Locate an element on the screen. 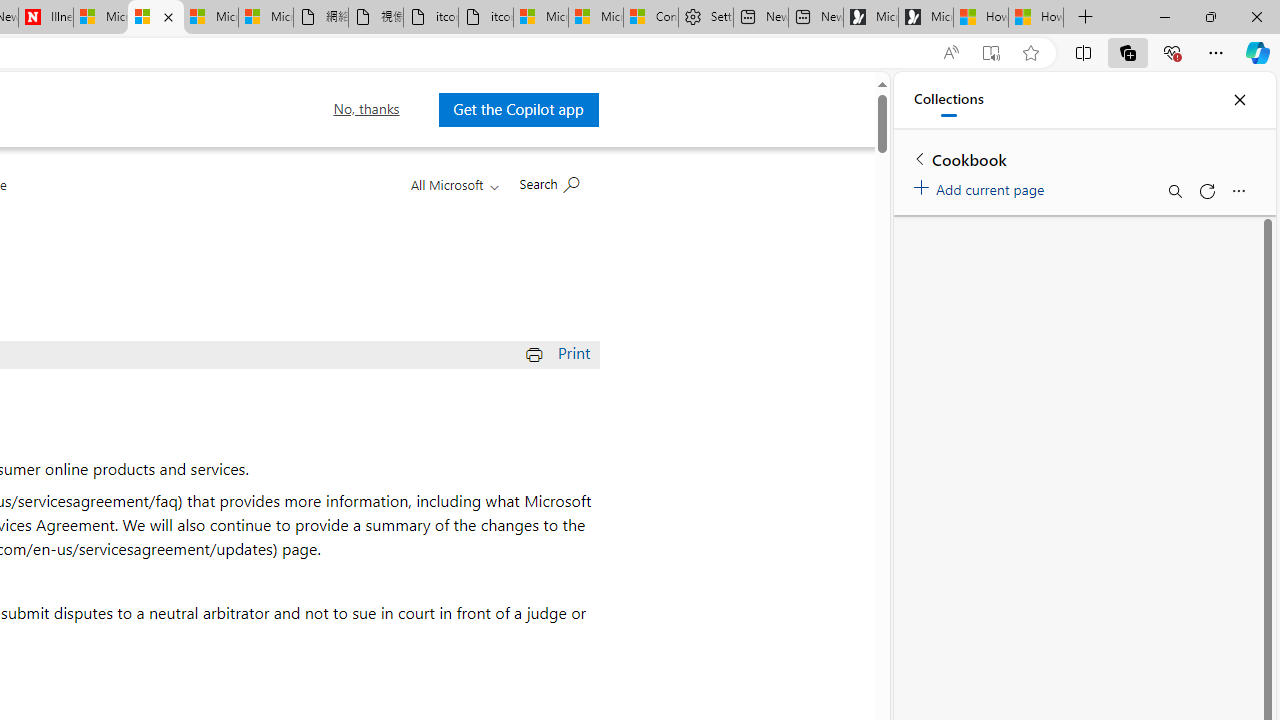 The height and width of the screenshot is (720, 1280). 'Microsoft account | Privacy' is located at coordinates (595, 17).